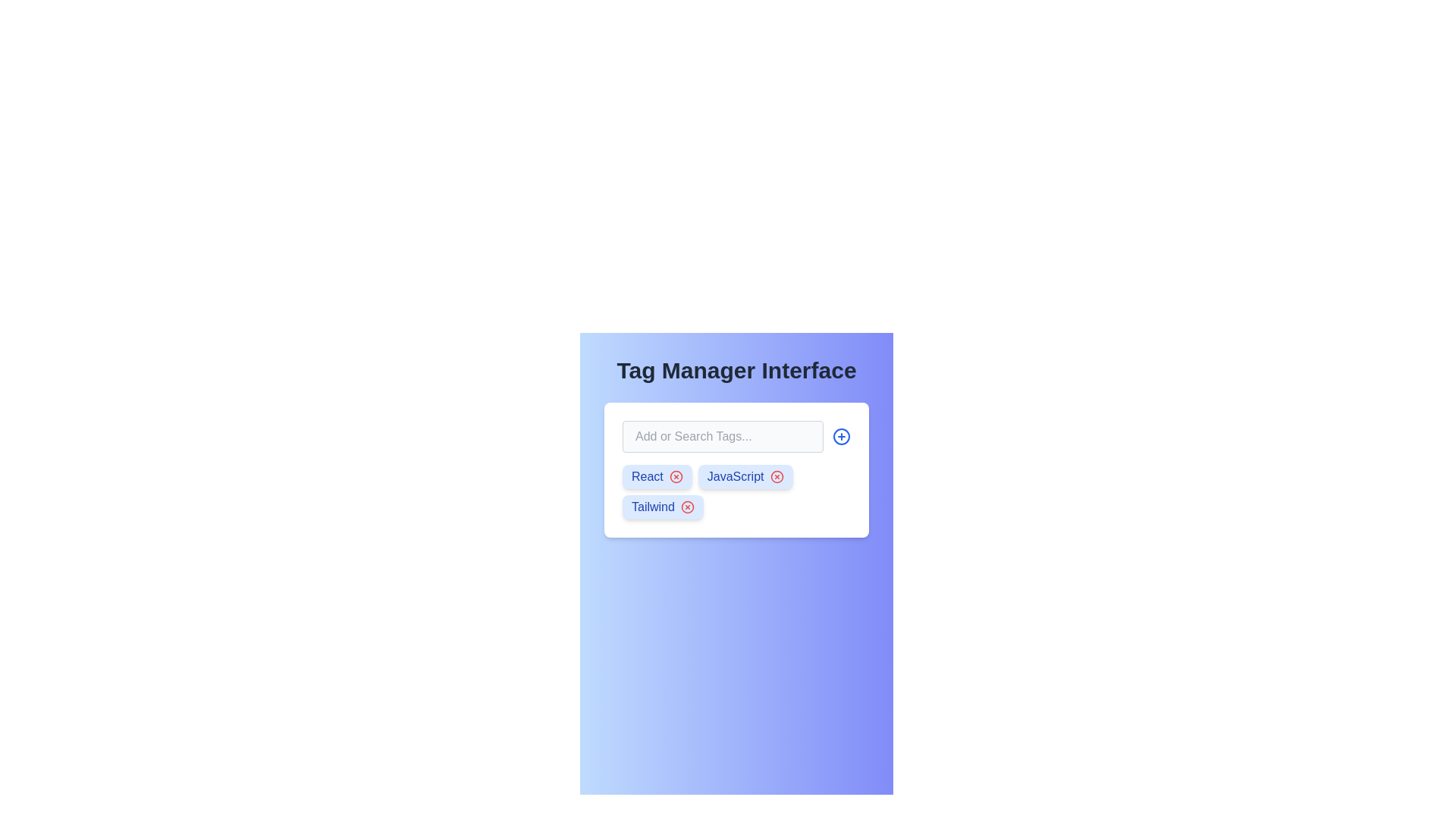 The image size is (1456, 819). What do you see at coordinates (722, 436) in the screenshot?
I see `the text input field used for adding or searching for tags in the 'Tag Manager Interface' section` at bounding box center [722, 436].